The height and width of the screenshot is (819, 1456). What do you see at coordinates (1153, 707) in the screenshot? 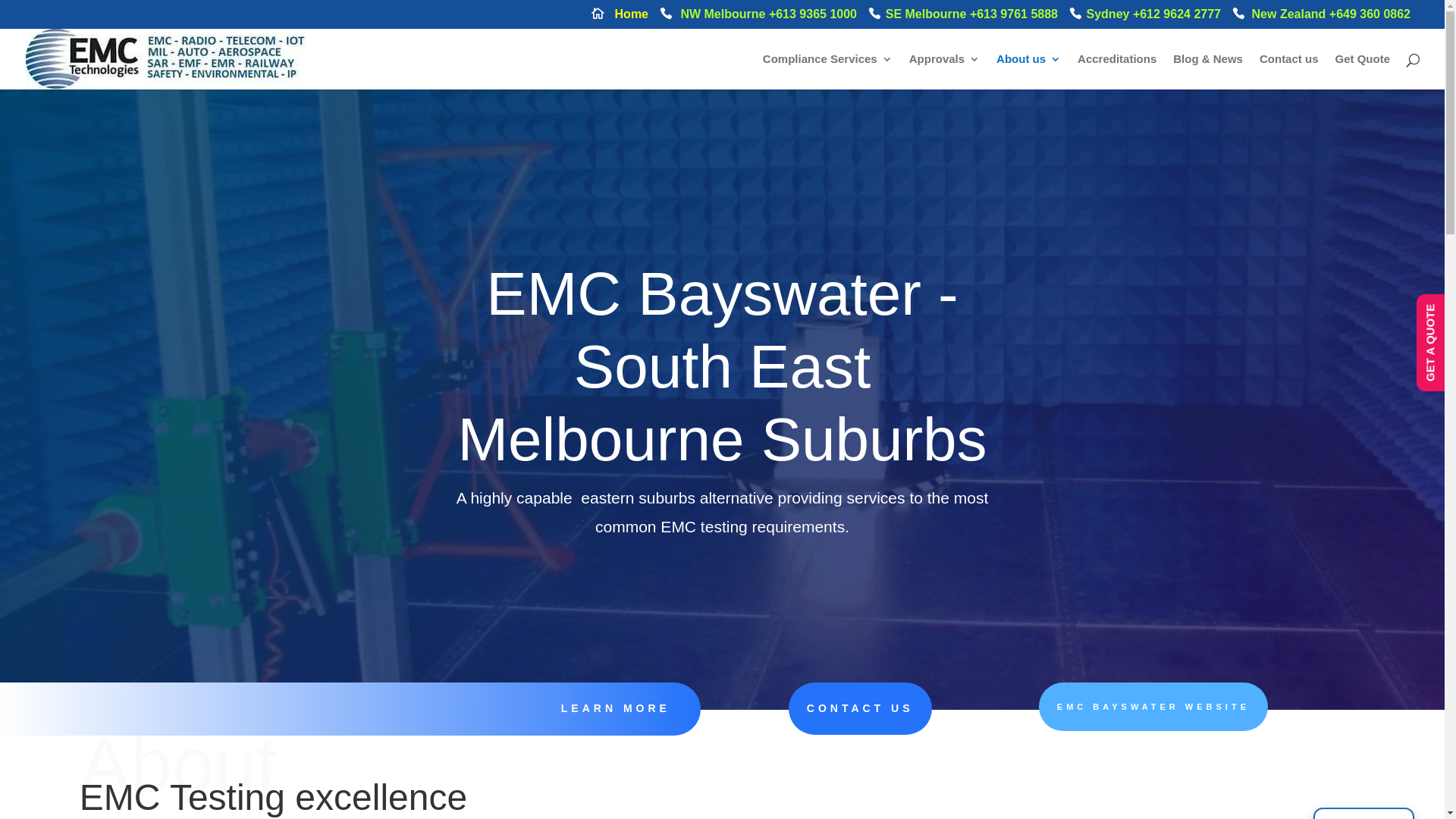
I see `'EMC BAYSWATER WEBSITE'` at bounding box center [1153, 707].